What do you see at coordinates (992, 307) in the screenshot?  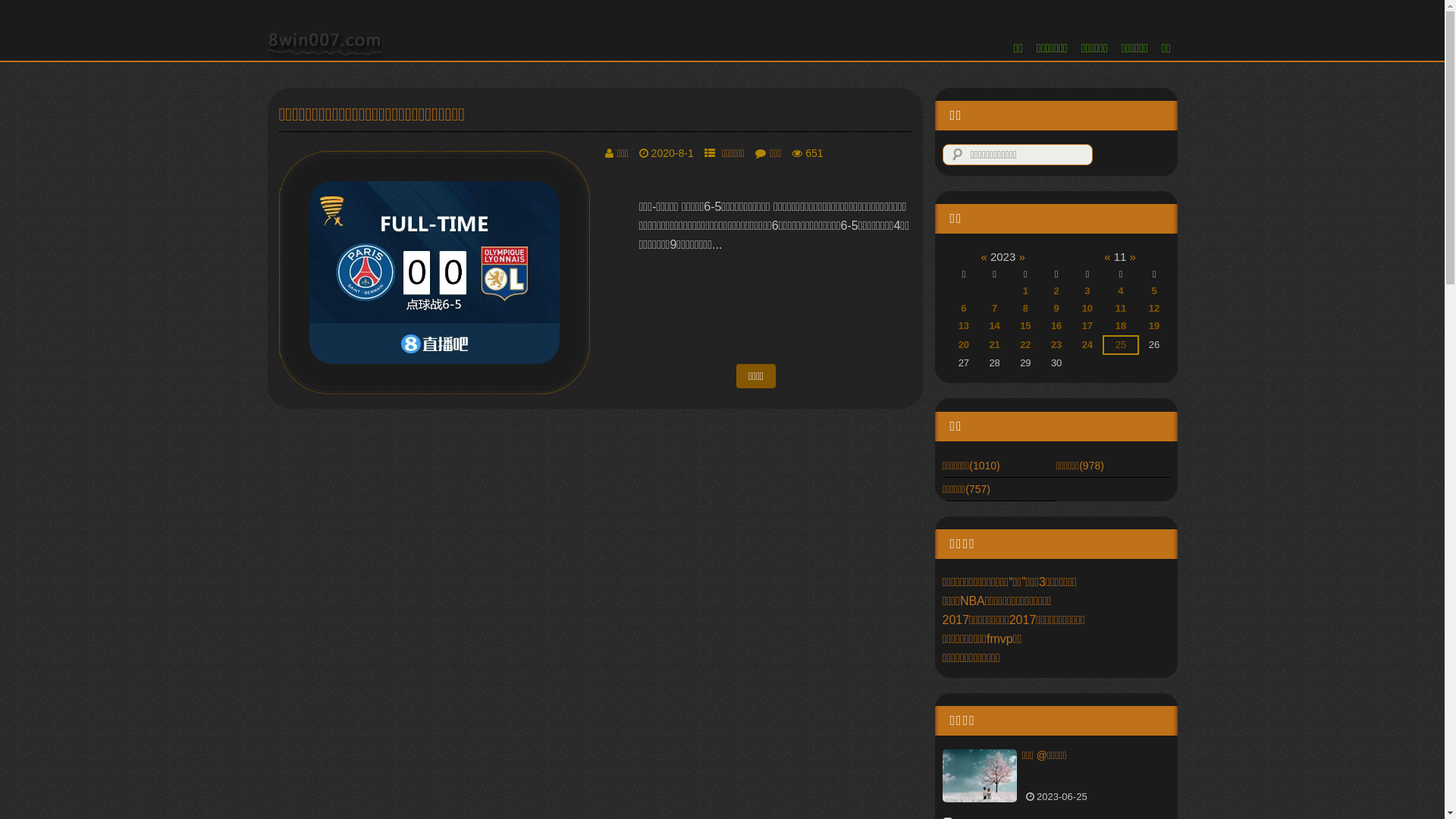 I see `'7'` at bounding box center [992, 307].